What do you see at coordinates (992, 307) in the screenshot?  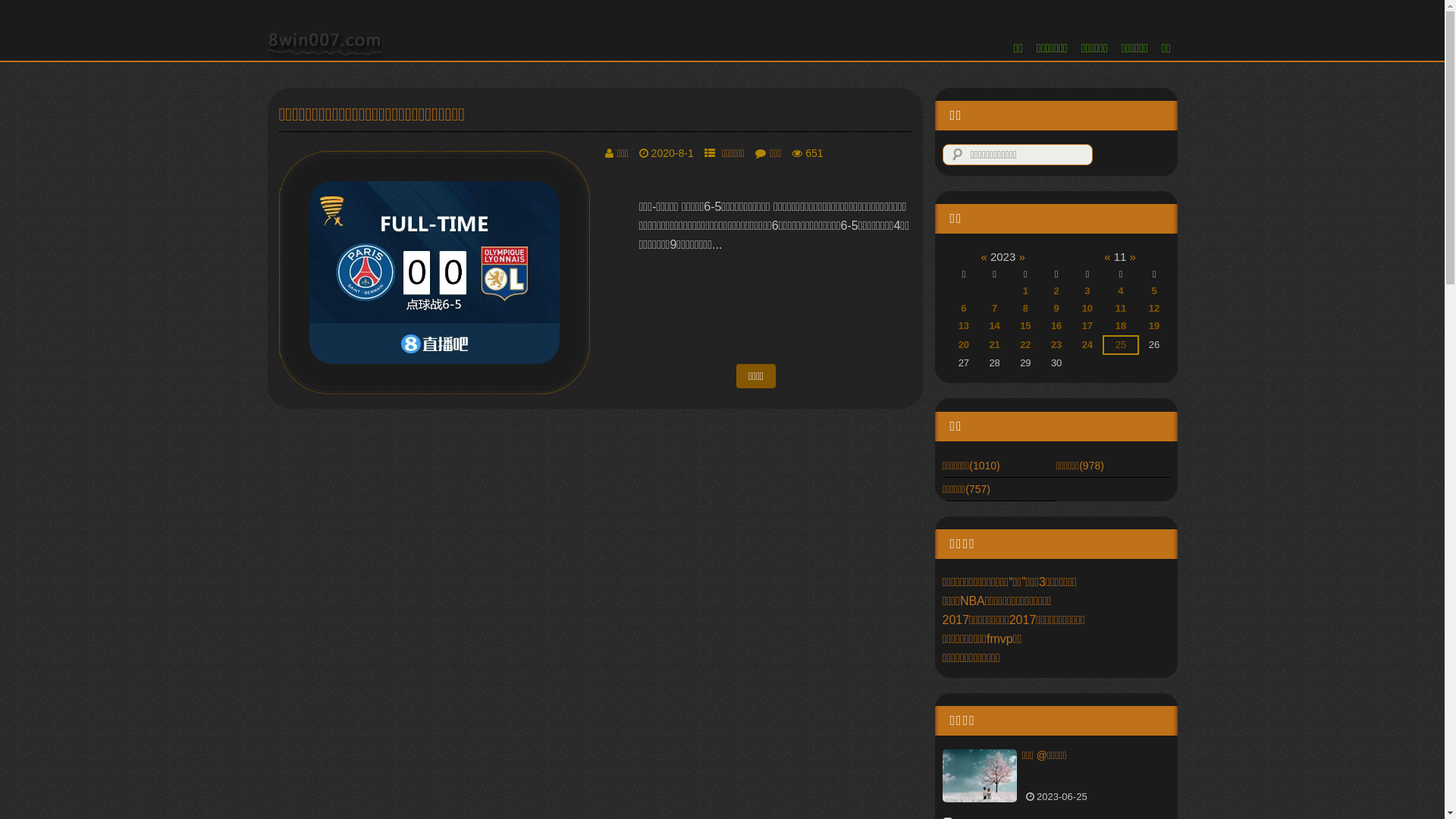 I see `'7'` at bounding box center [992, 307].